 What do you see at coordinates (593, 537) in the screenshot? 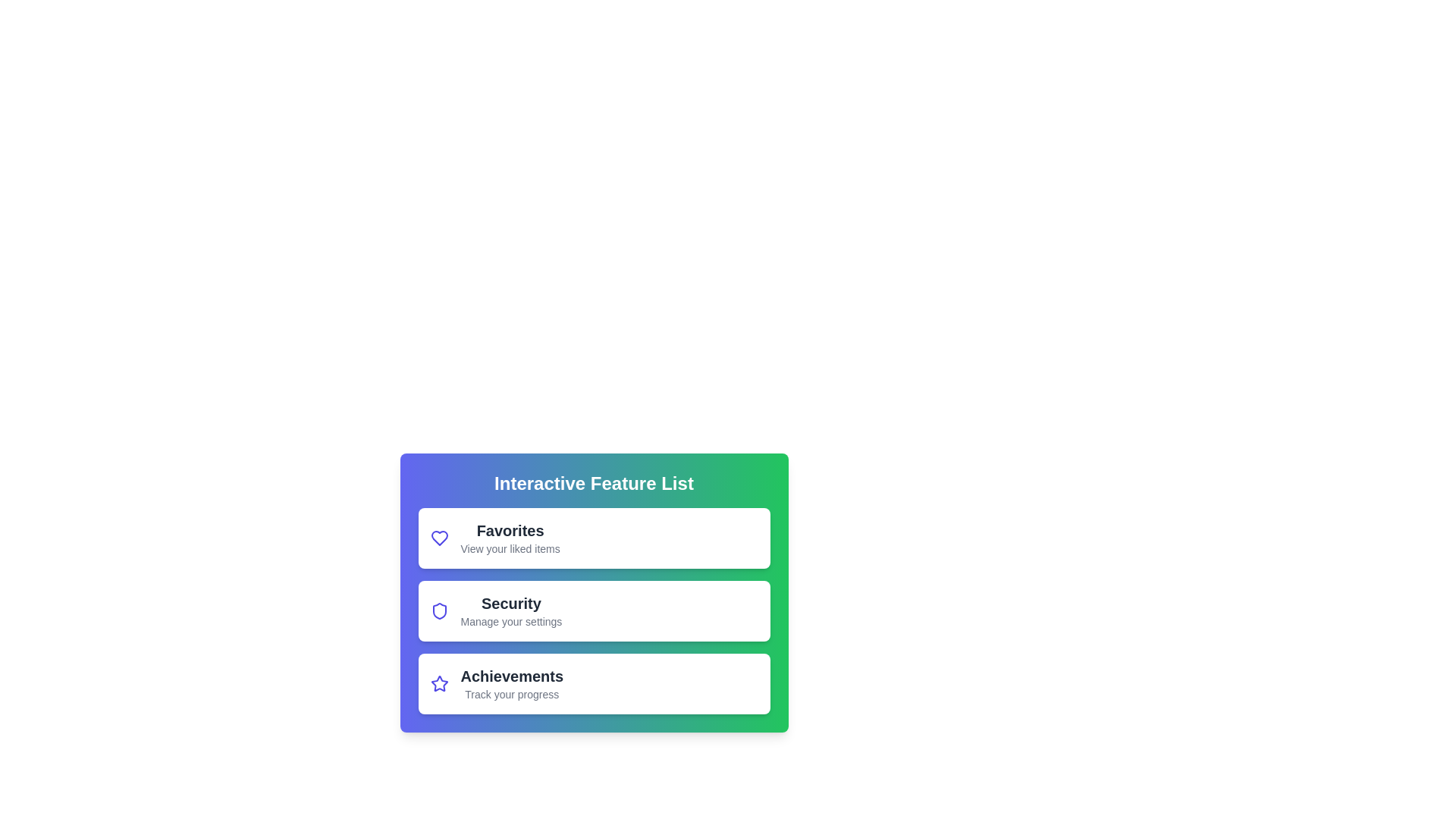
I see `the feature item Favorites to observe its hover effect` at bounding box center [593, 537].